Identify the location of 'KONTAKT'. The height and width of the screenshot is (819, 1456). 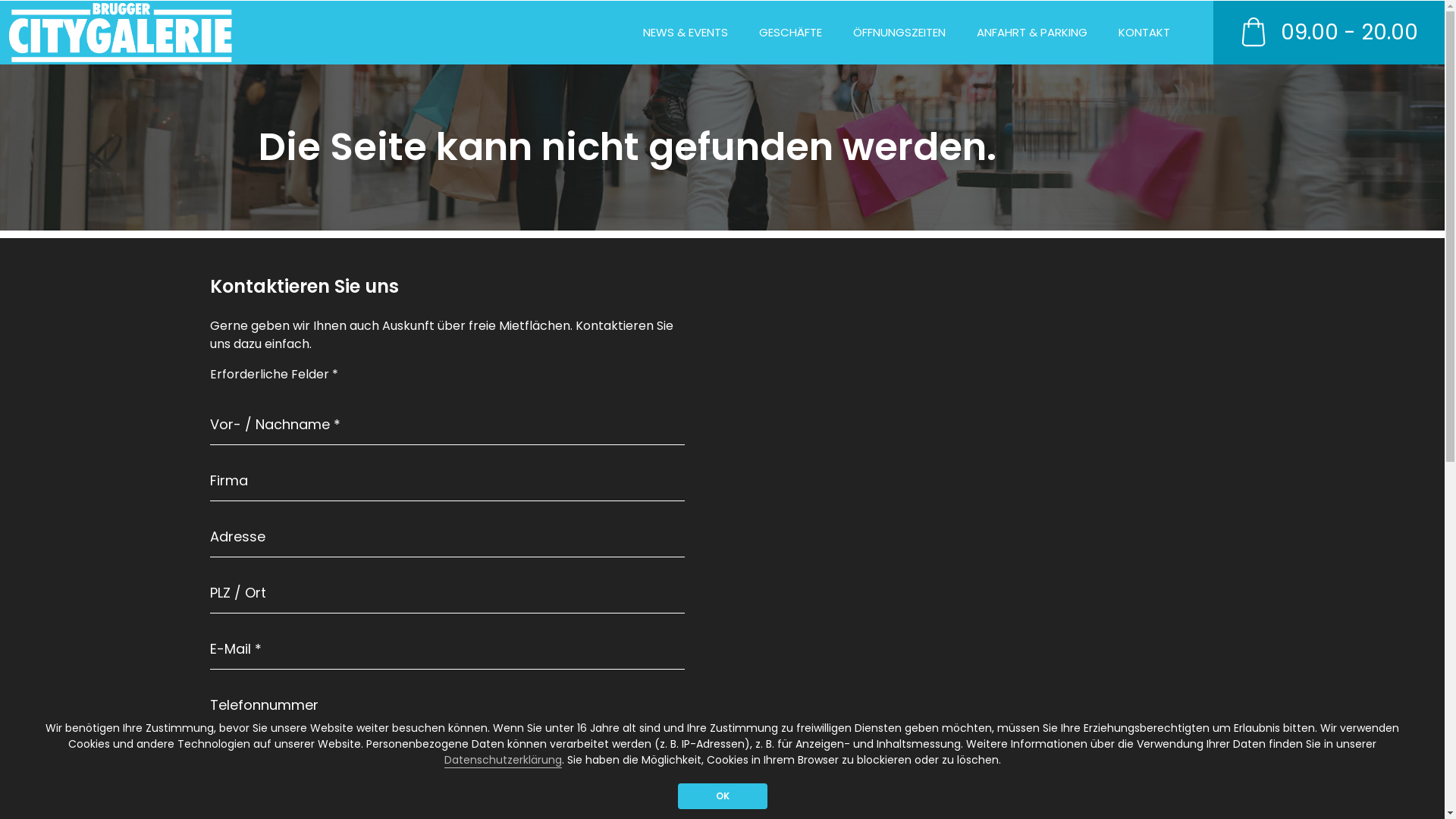
(1143, 33).